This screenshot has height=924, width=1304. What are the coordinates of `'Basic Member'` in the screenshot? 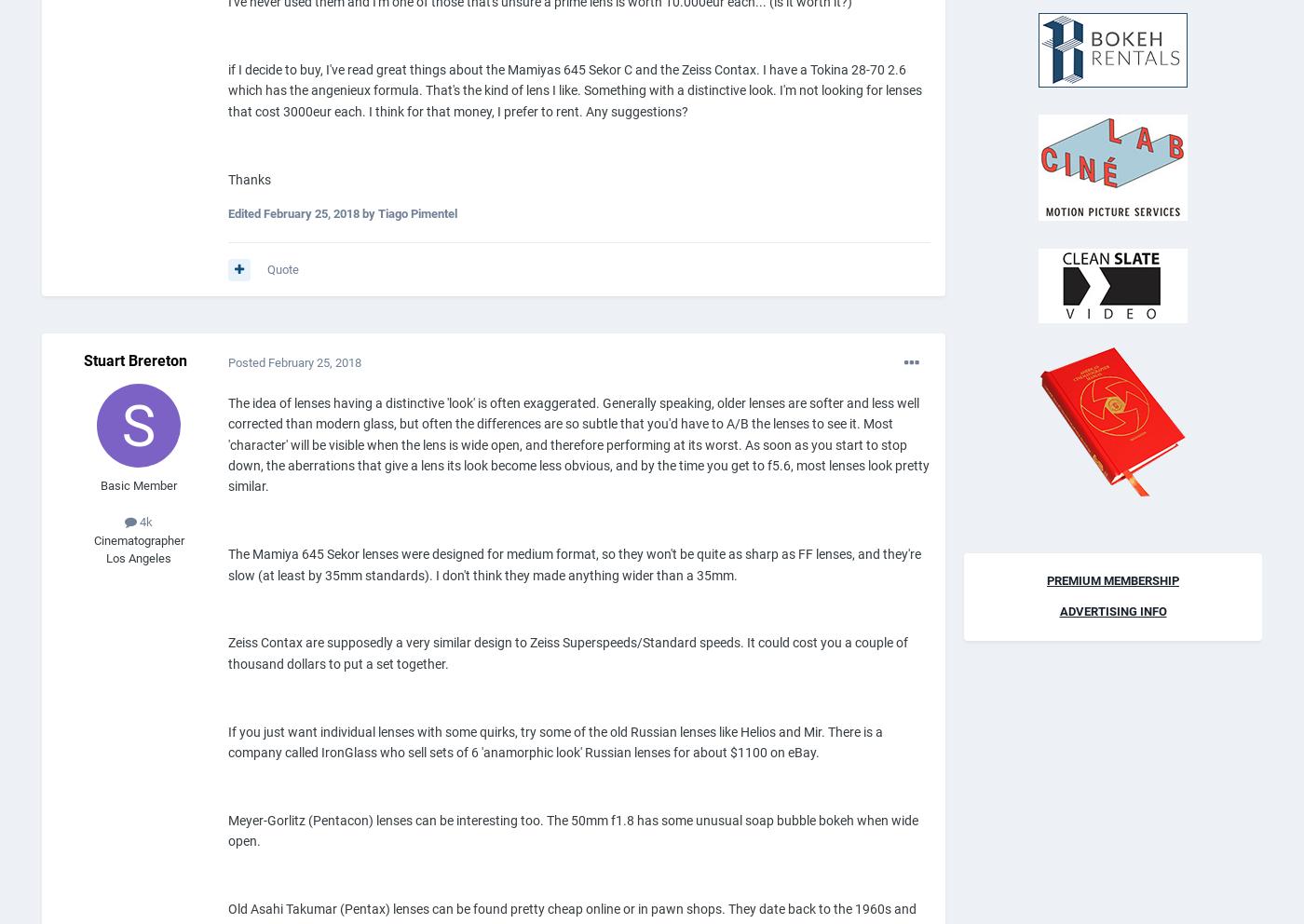 It's located at (138, 483).